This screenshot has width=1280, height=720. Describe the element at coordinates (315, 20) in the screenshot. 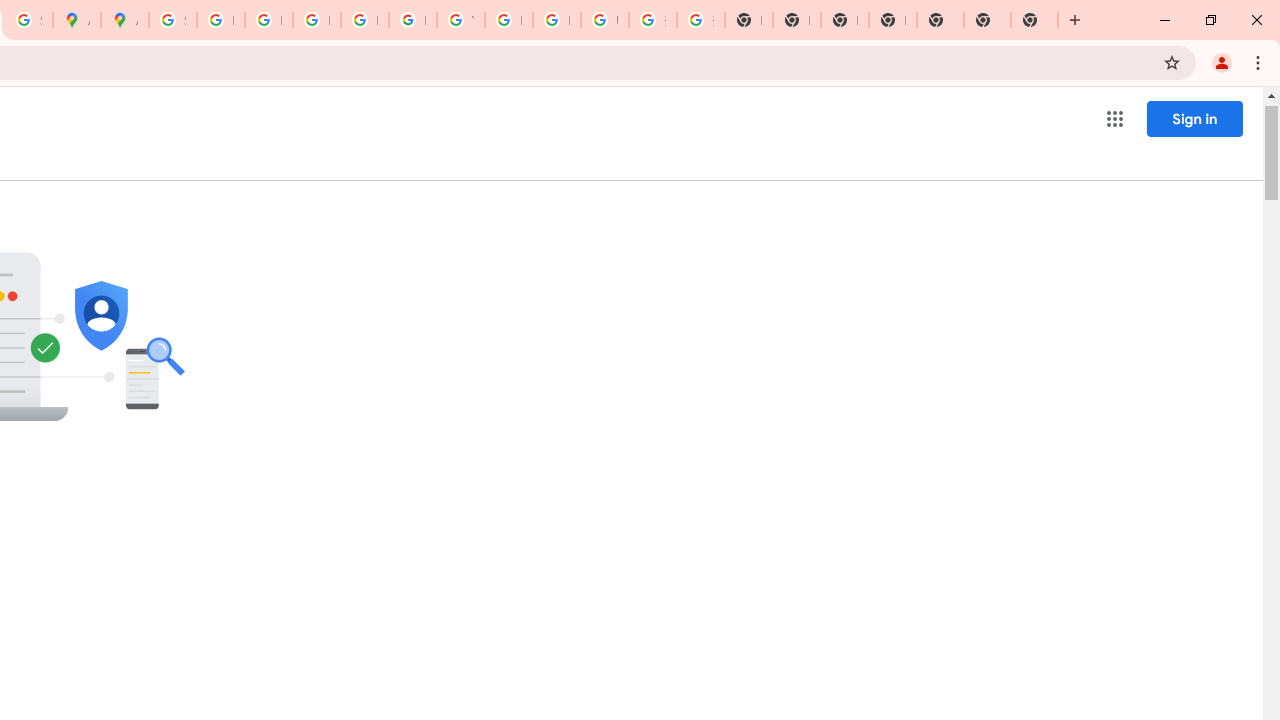

I see `'Privacy Help Center - Policies Help'` at that location.